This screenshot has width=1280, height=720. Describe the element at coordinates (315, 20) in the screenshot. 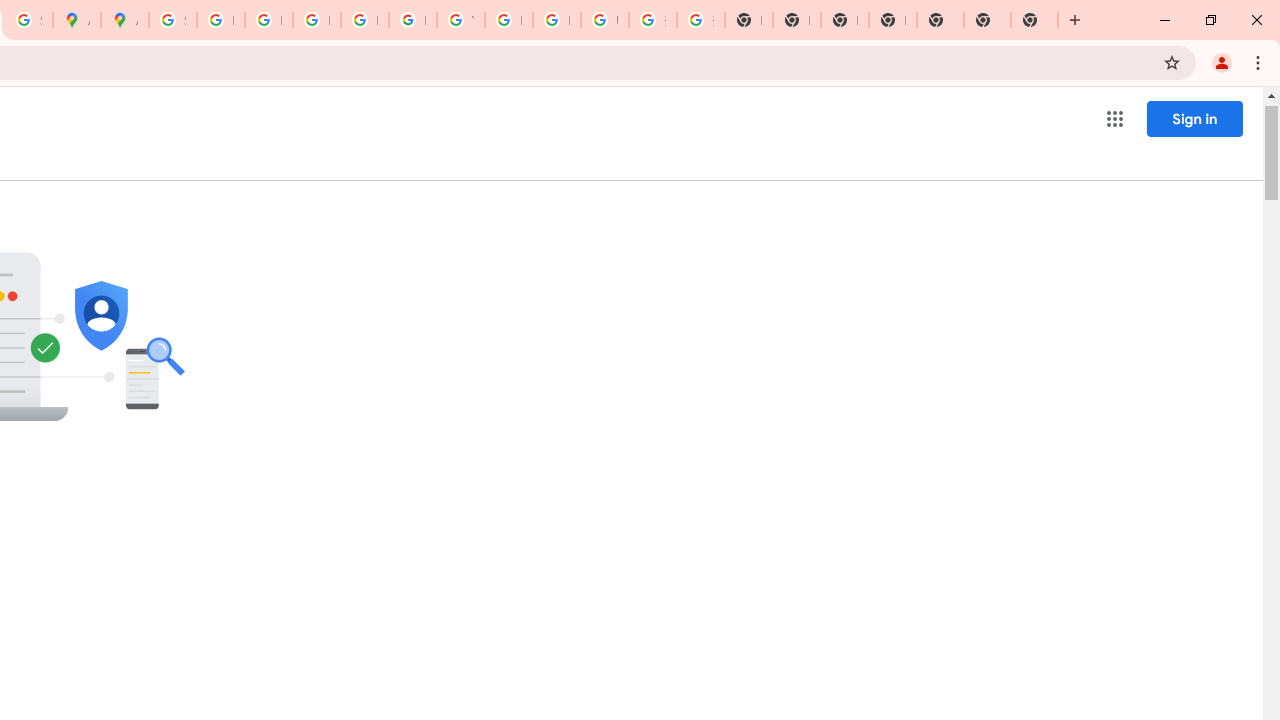

I see `'Privacy Help Center - Policies Help'` at that location.